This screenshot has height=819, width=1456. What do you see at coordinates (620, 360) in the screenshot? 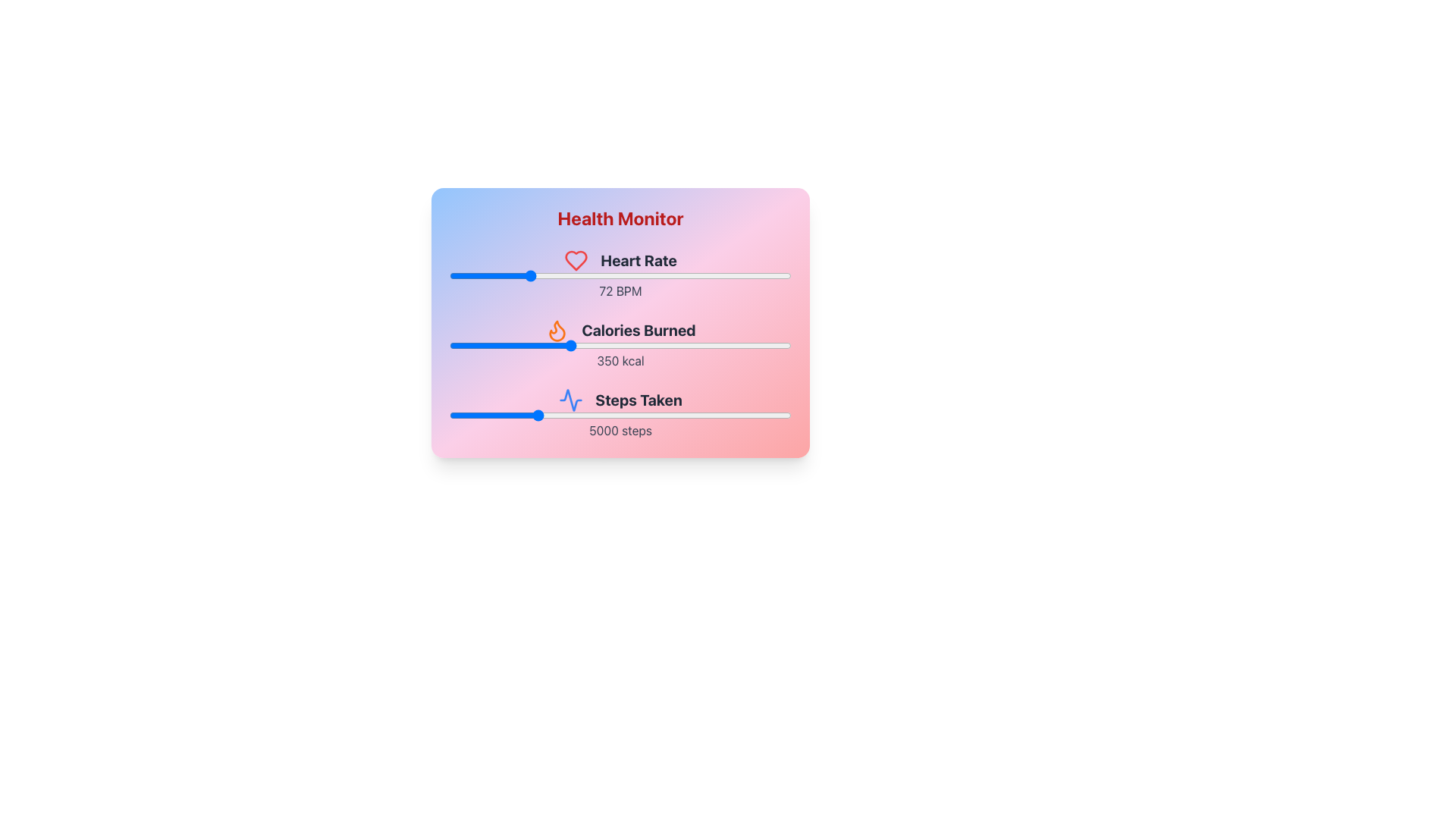
I see `the text label displaying '350 kcal' in gray font, located below the calorie icon and progress bar in the 'Calories Burned' section of the health monitor interface` at bounding box center [620, 360].